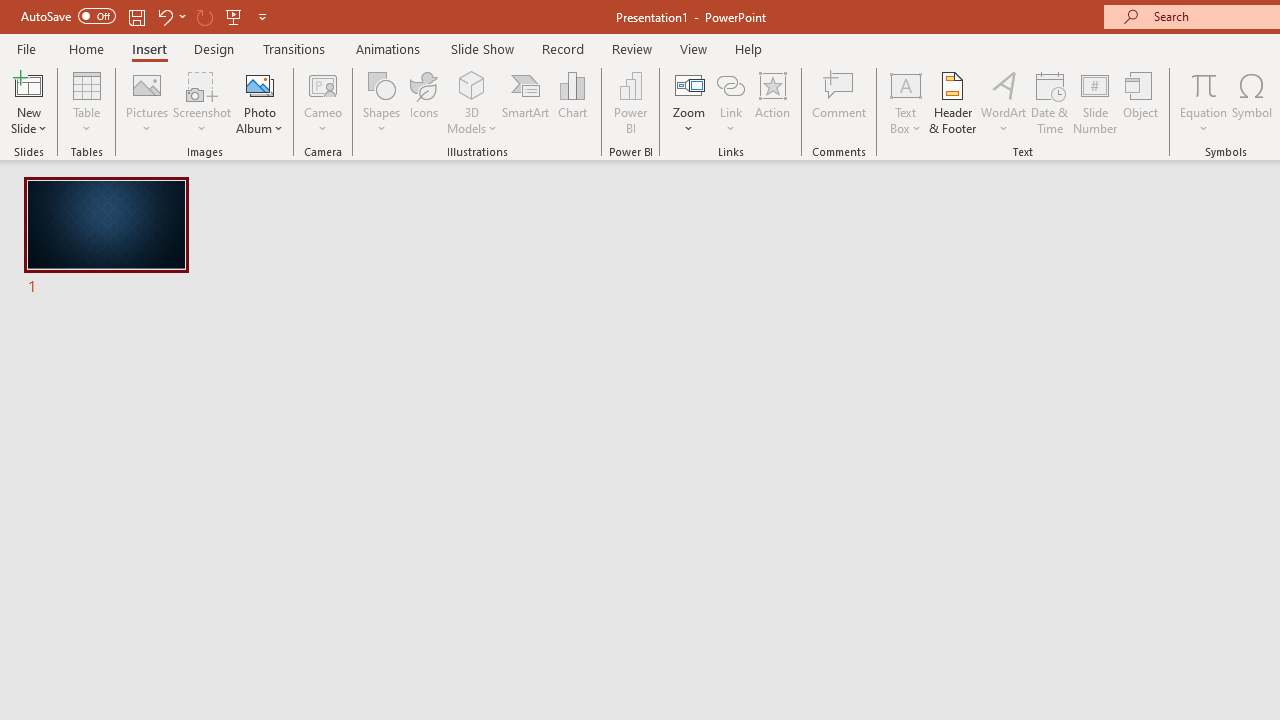 This screenshot has height=720, width=1280. Describe the element at coordinates (471, 103) in the screenshot. I see `'3D Models'` at that location.